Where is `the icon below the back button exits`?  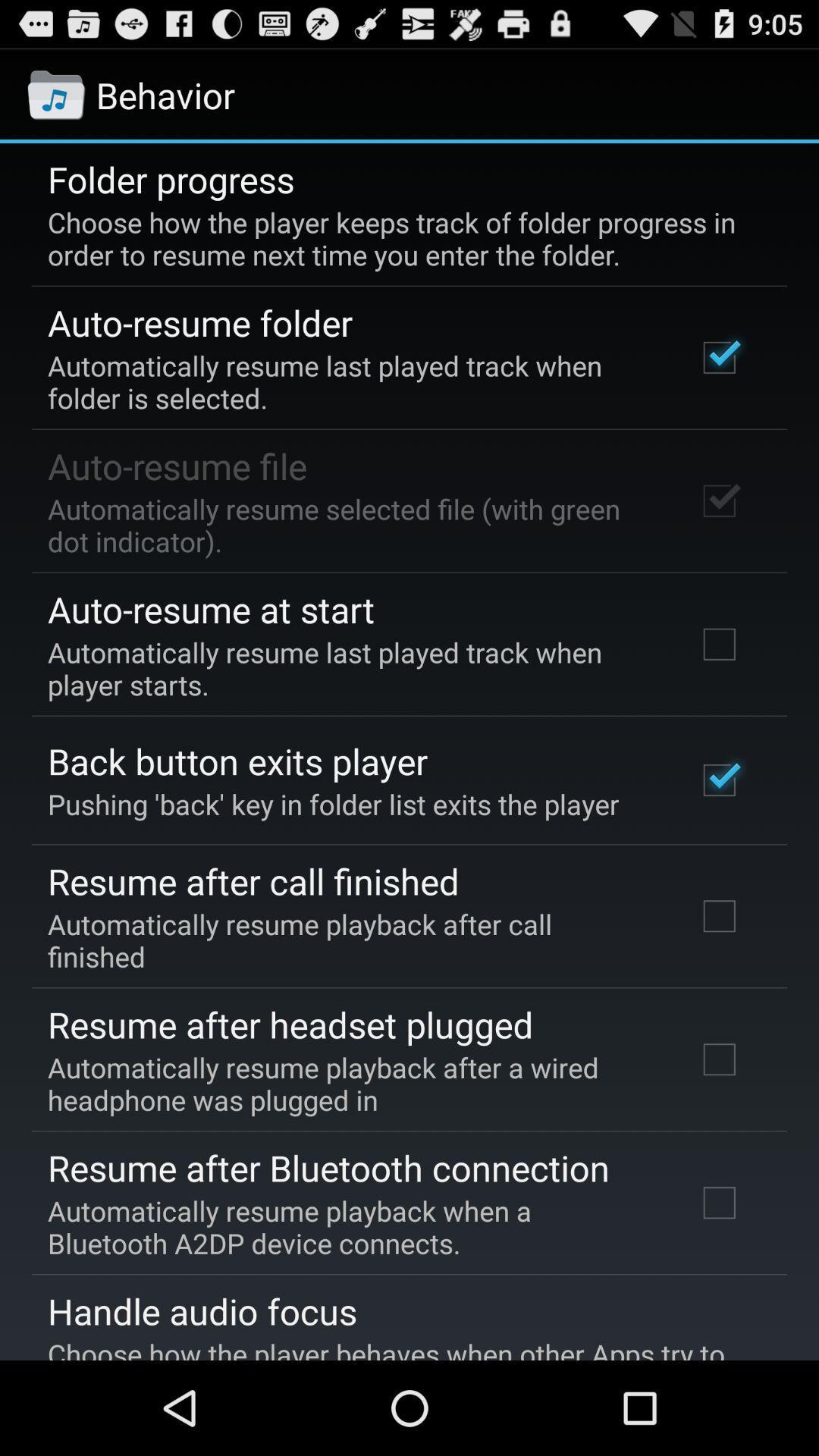 the icon below the back button exits is located at coordinates (332, 803).